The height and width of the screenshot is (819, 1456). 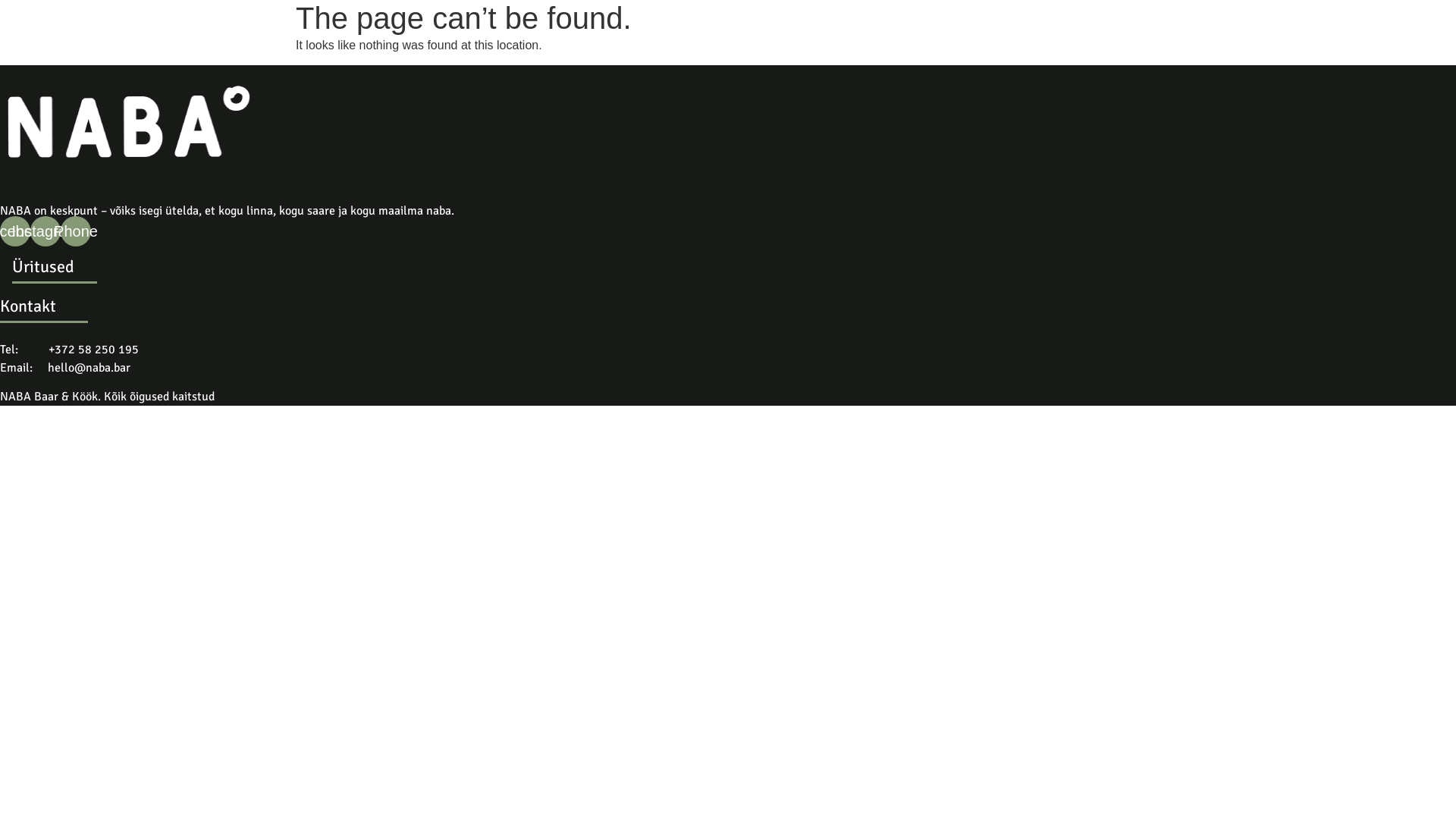 I want to click on 'Phone', so click(x=75, y=231).